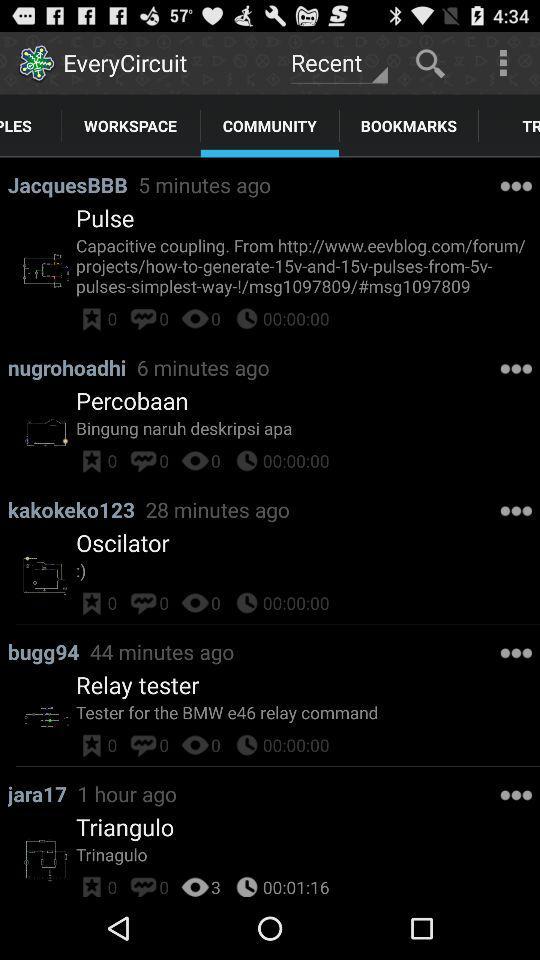  Describe the element at coordinates (48, 650) in the screenshot. I see `bugg94 item` at that location.